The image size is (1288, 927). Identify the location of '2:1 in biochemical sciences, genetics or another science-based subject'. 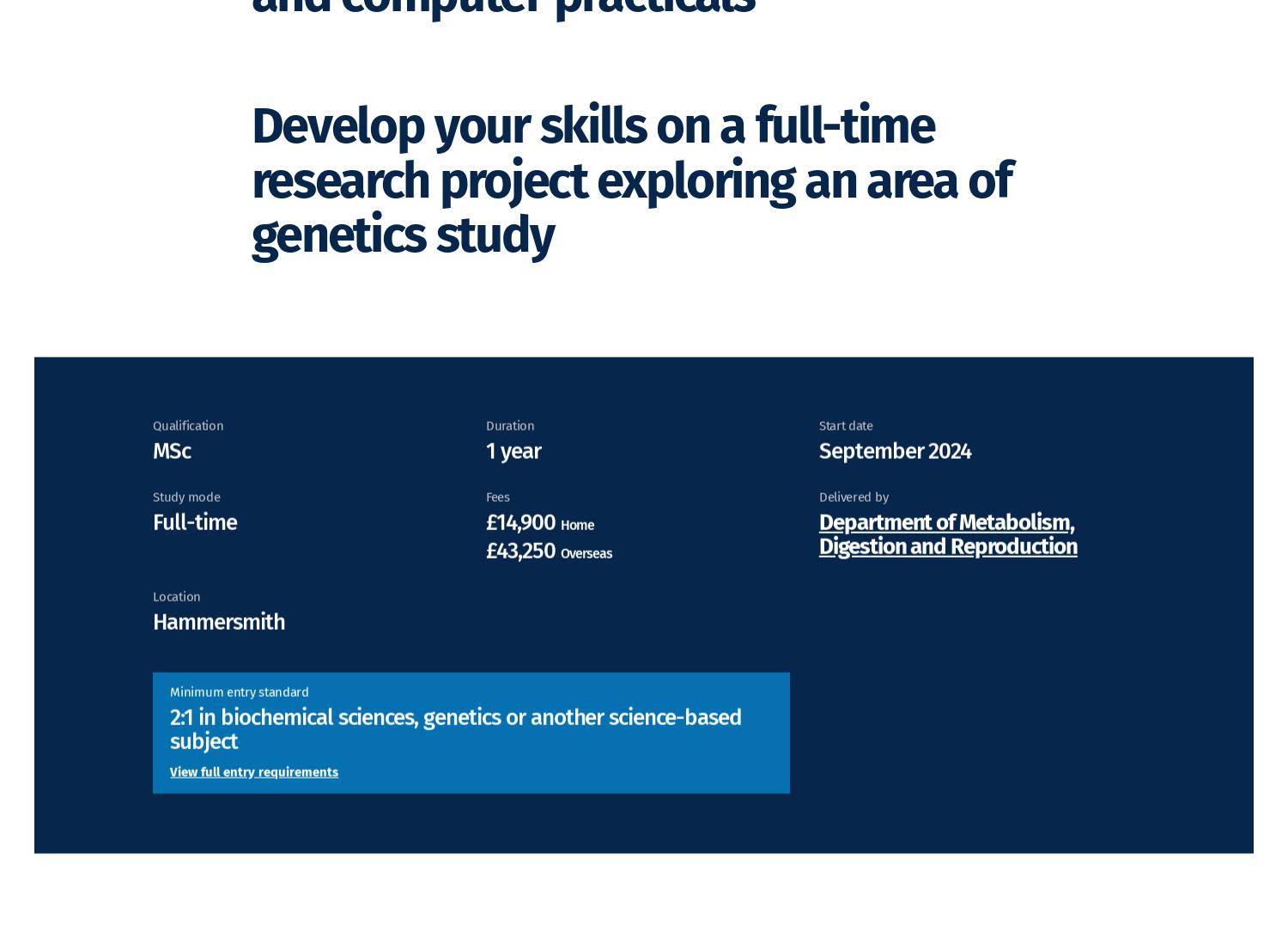
(169, 753).